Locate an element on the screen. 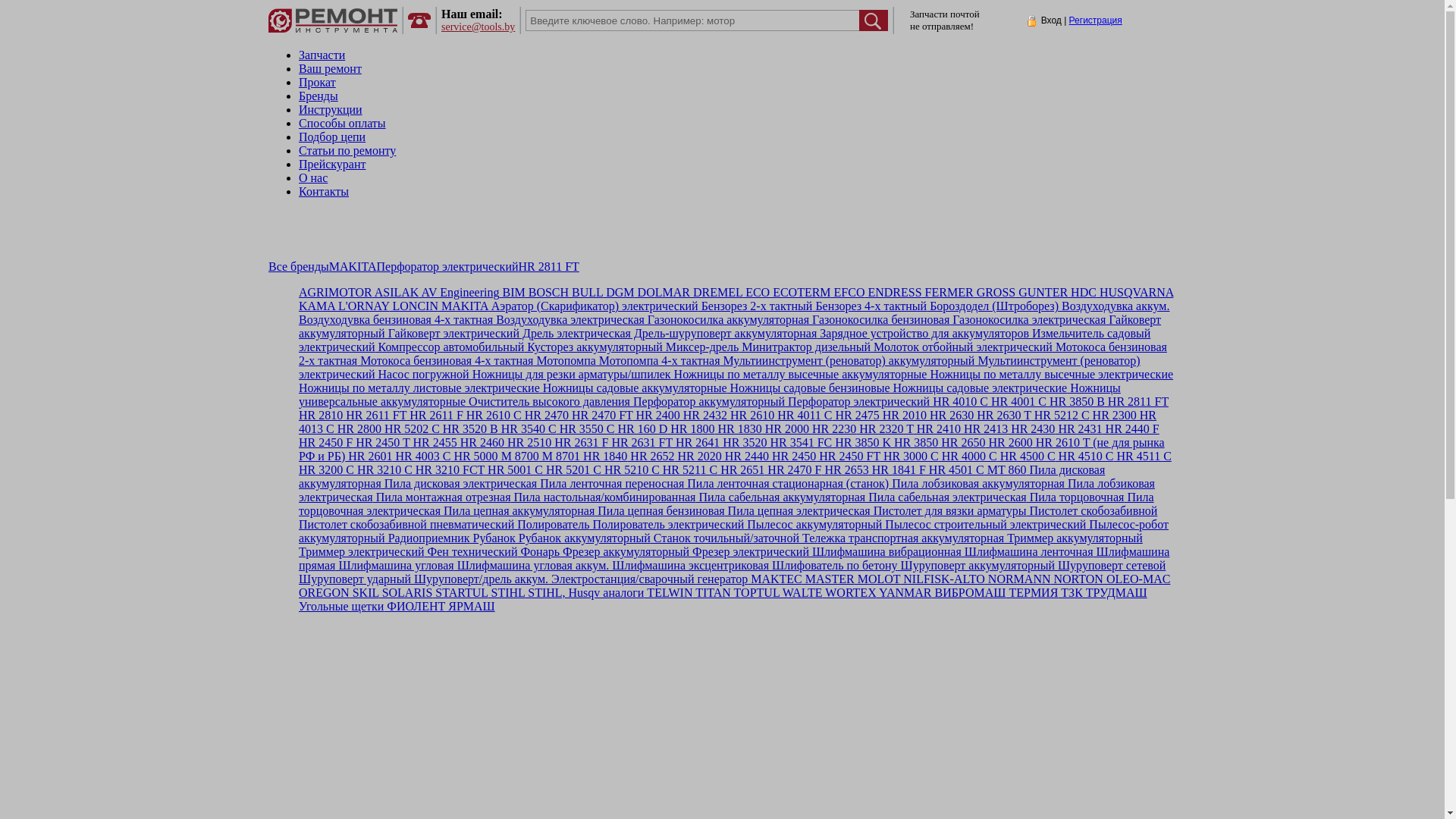 The image size is (1456, 819). 'HR 2610 C' is located at coordinates (492, 415).